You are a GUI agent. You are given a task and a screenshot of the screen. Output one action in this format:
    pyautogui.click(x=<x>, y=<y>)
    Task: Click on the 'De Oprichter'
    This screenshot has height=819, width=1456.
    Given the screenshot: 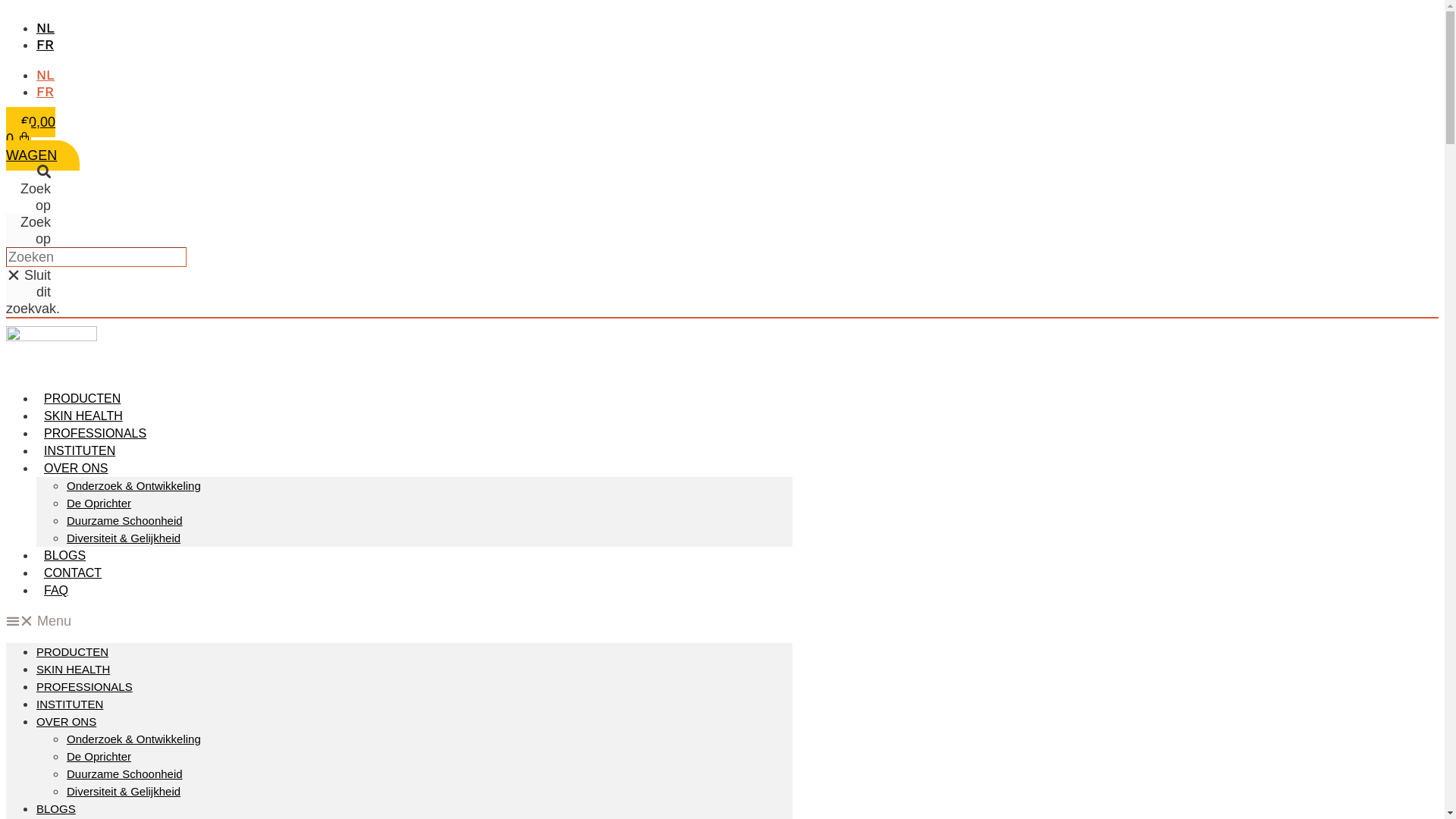 What is the action you would take?
    pyautogui.click(x=98, y=503)
    